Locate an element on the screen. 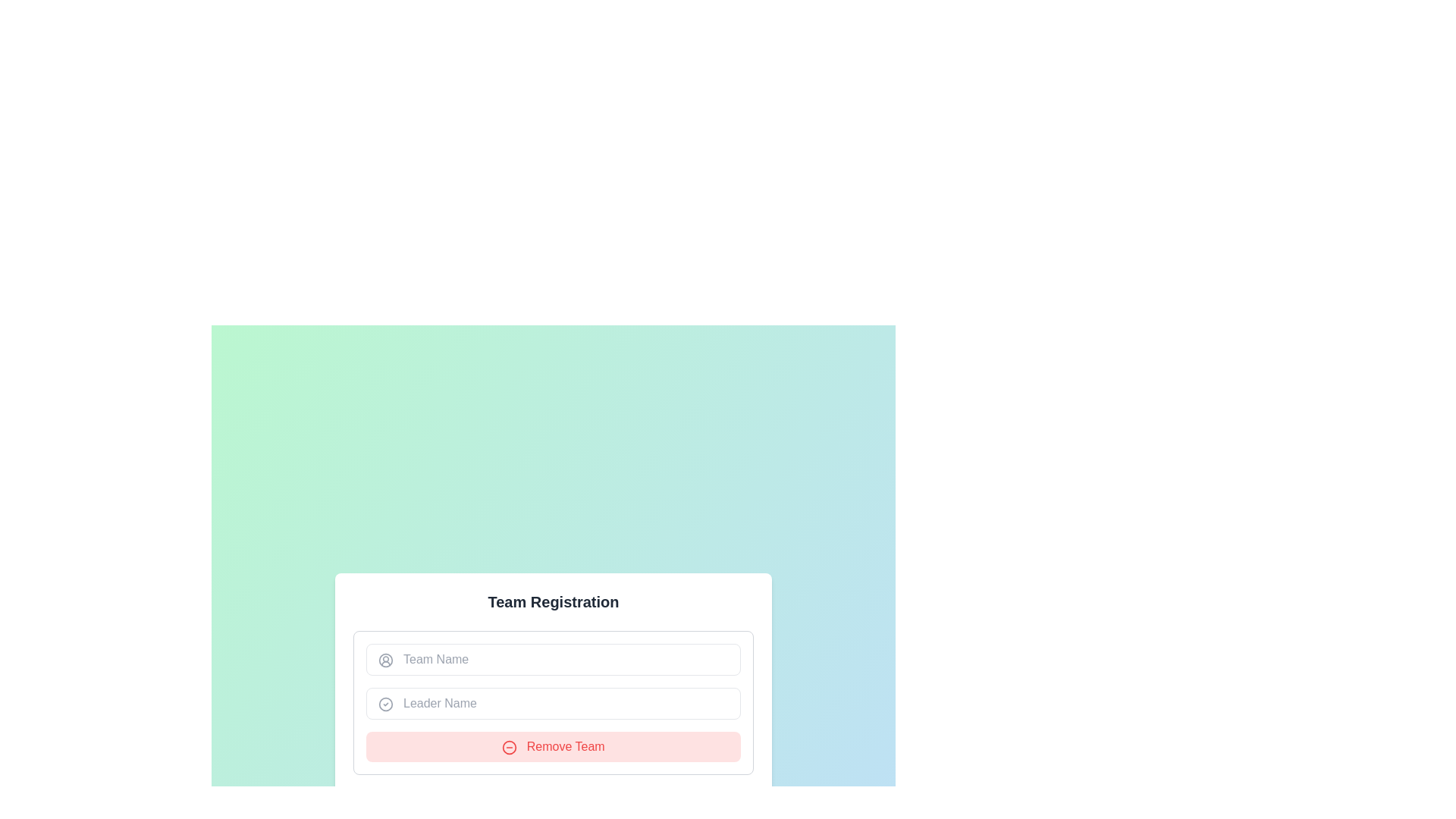  the remove team button located at the bottom of the form by is located at coordinates (552, 745).